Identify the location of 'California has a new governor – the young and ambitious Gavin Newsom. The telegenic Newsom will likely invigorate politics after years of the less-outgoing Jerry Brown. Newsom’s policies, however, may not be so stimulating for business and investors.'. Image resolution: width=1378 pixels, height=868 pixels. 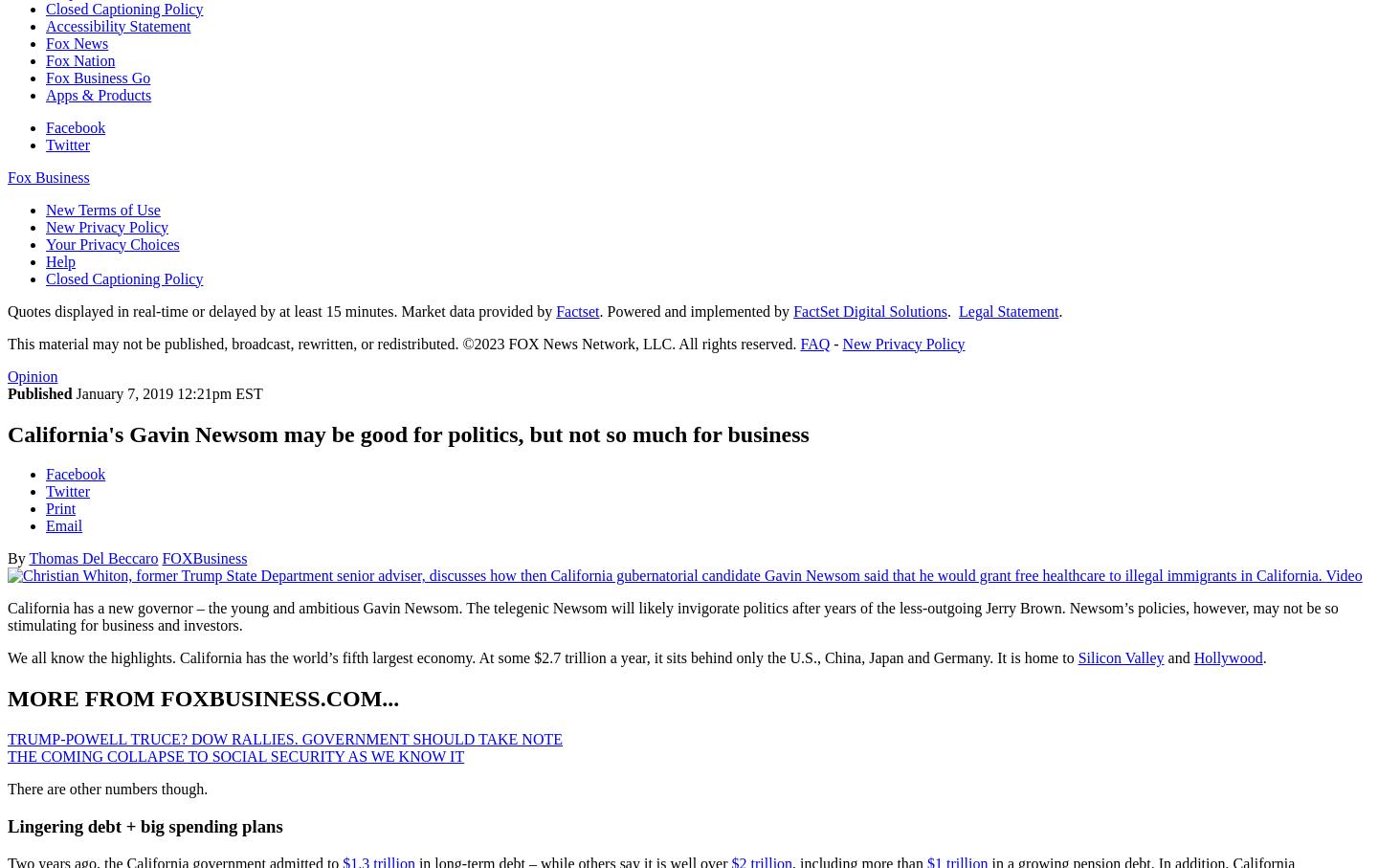
(673, 616).